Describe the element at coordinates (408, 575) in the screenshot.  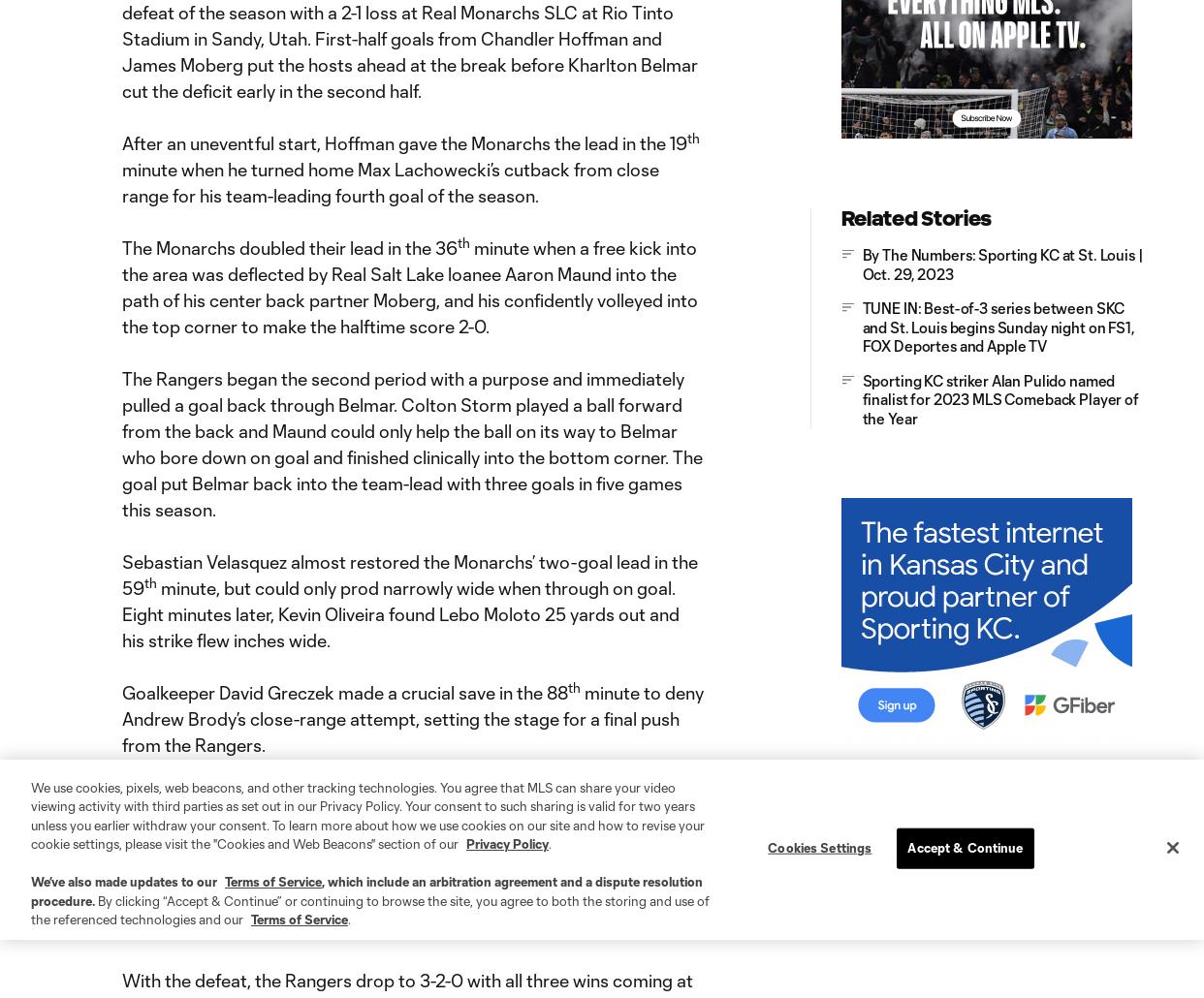
I see `'Sebastian Velasquez almost restored the Monarchs’ two-goal lead in the 59'` at that location.